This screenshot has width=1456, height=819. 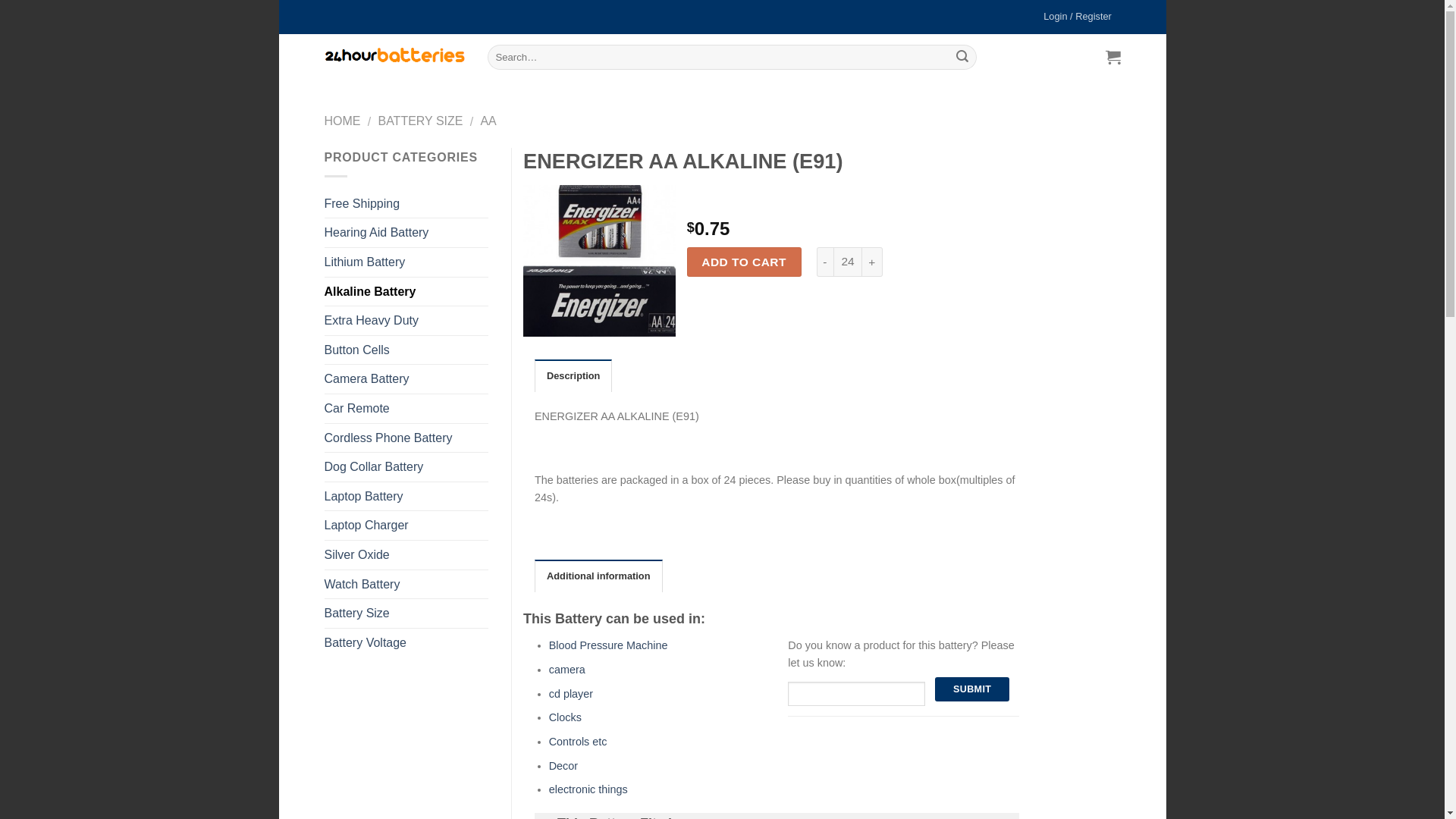 I want to click on 'Lithium Battery', so click(x=323, y=262).